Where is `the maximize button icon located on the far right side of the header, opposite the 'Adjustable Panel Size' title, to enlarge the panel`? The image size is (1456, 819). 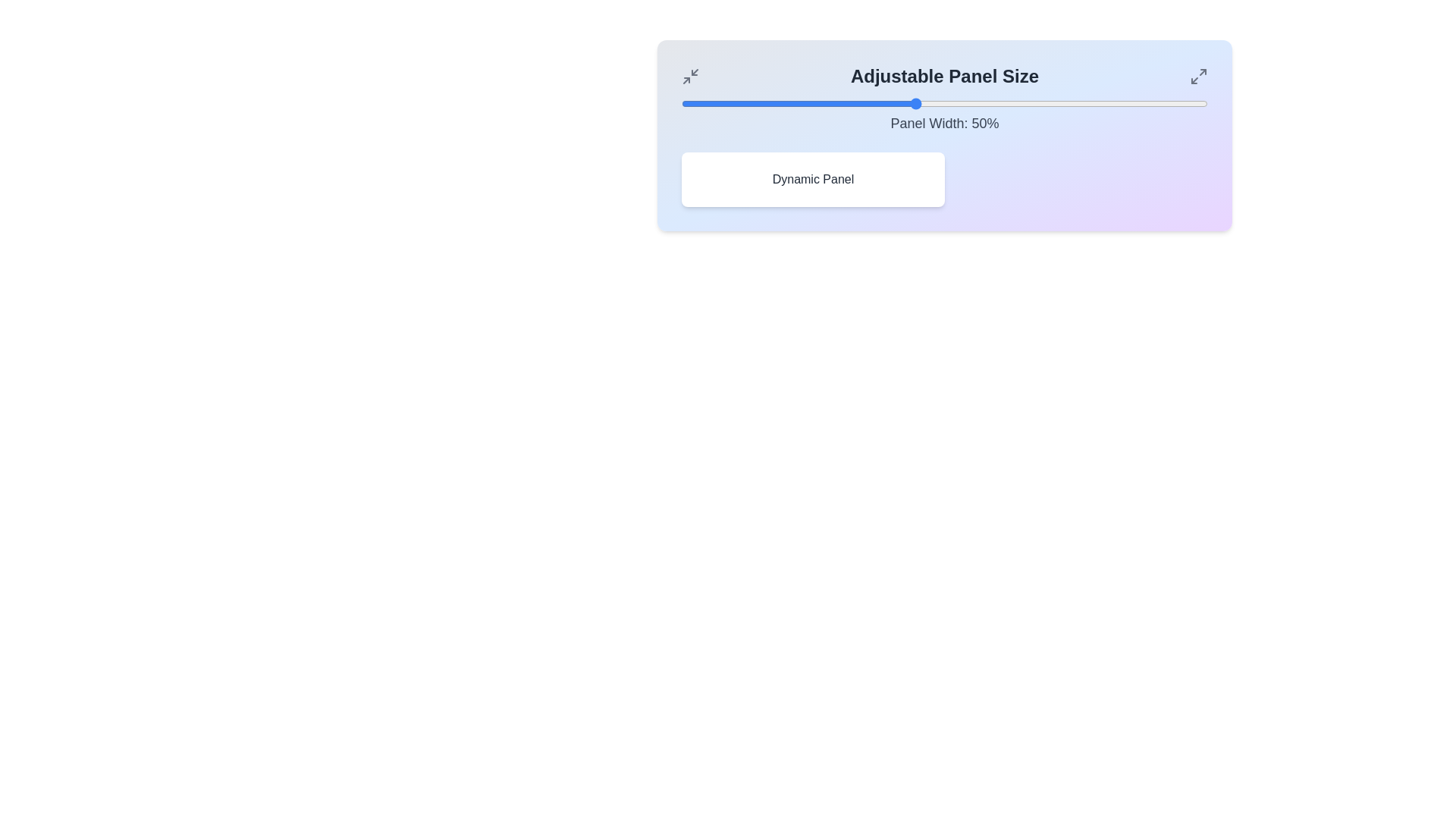 the maximize button icon located on the far right side of the header, opposite the 'Adjustable Panel Size' title, to enlarge the panel is located at coordinates (1197, 76).